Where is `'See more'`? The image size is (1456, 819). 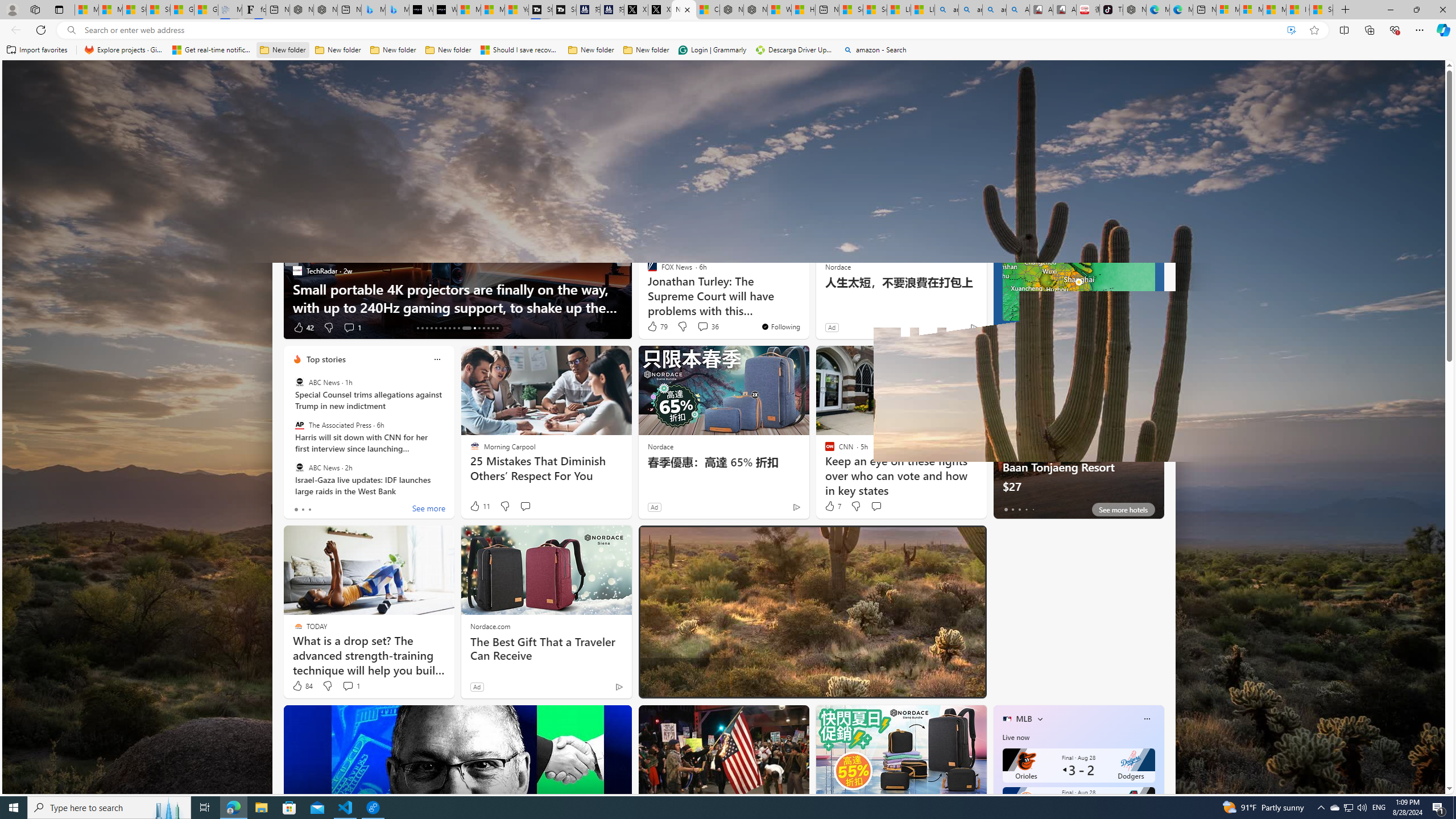
'See more' is located at coordinates (428, 510).